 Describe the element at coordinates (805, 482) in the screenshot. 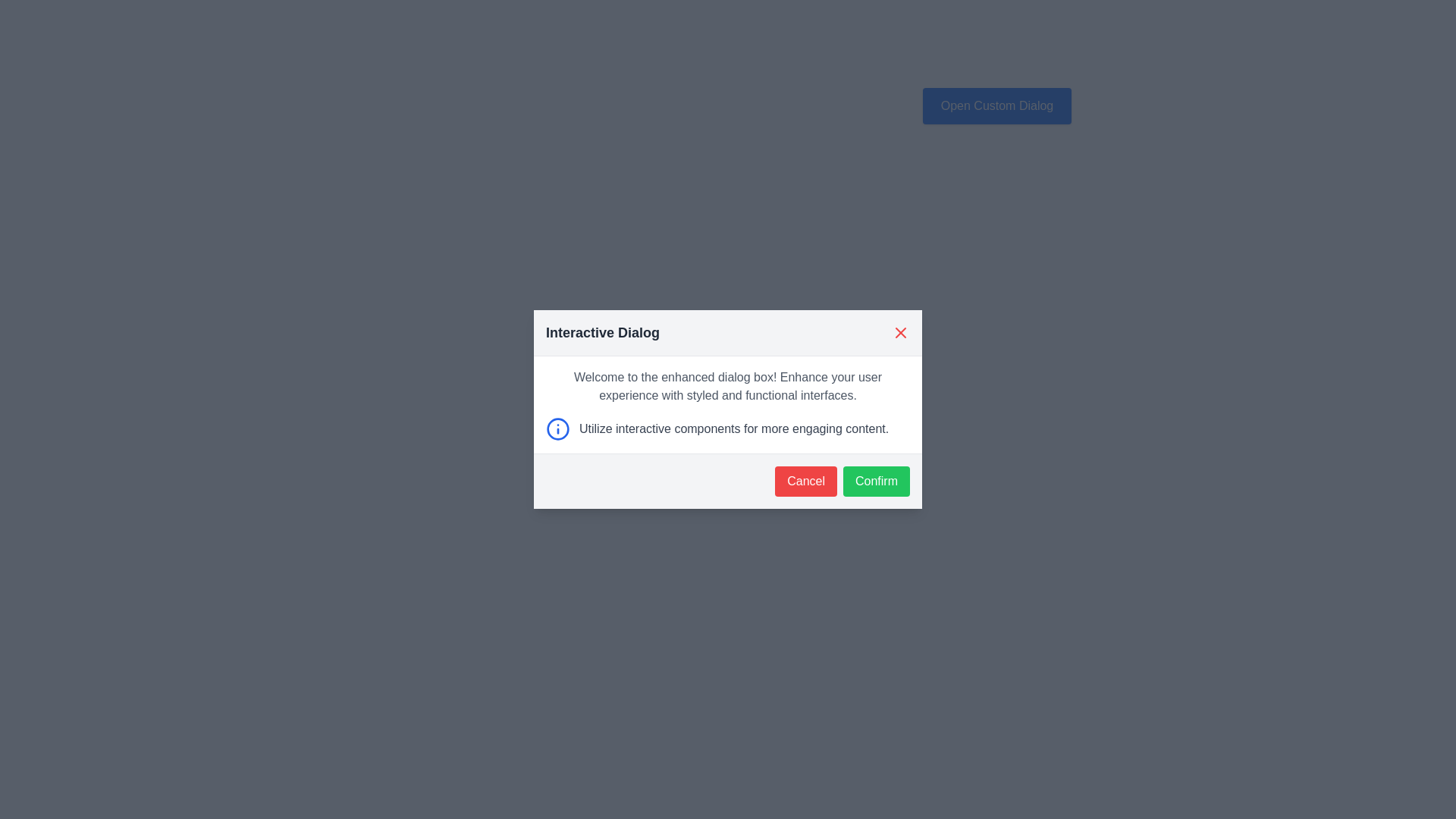

I see `the 'Cancel' button located at the bottom-right of the dialog box to observe its hover effect` at that location.